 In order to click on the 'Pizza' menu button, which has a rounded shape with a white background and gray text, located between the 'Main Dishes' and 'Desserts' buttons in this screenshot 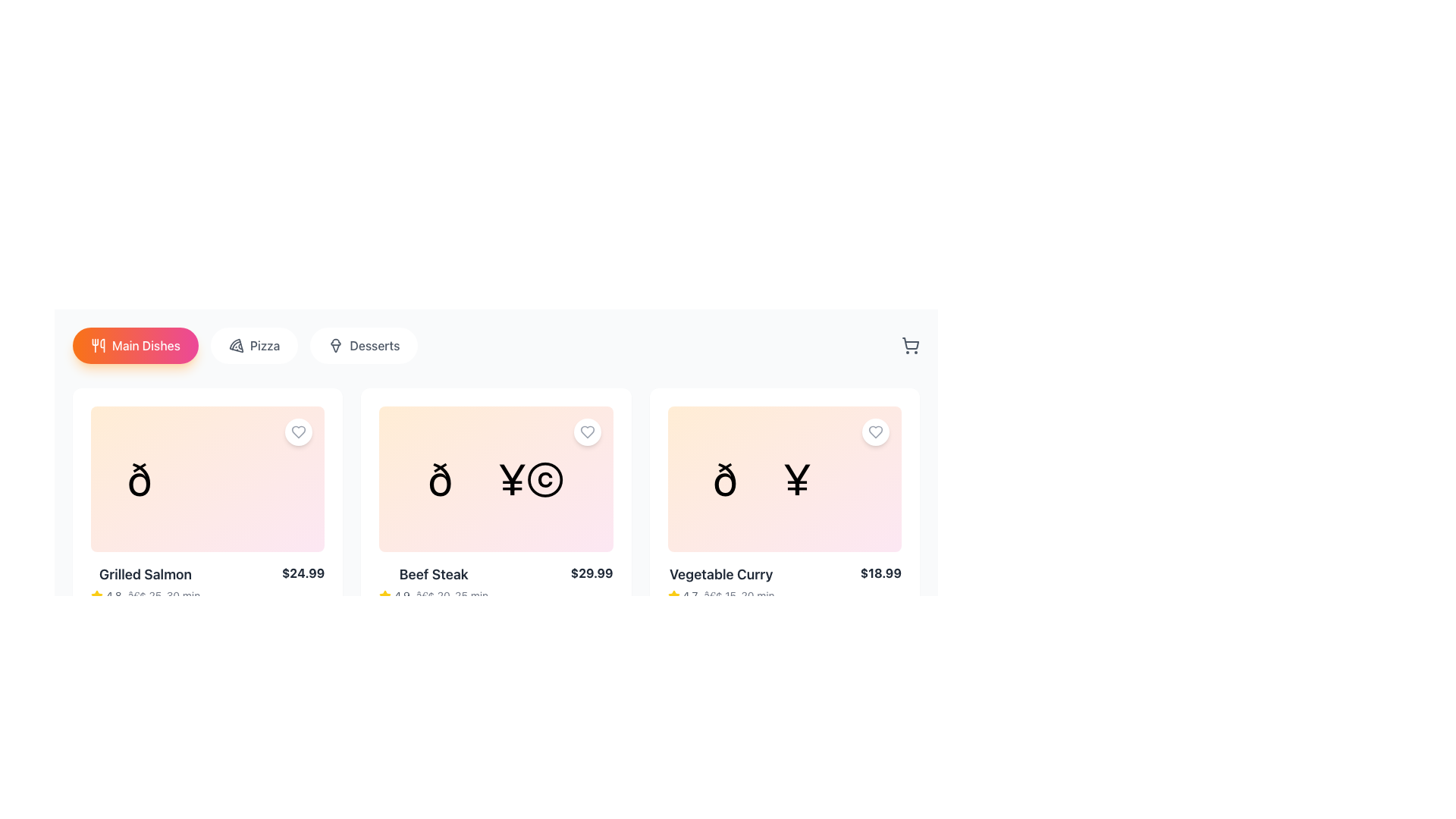, I will do `click(245, 345)`.